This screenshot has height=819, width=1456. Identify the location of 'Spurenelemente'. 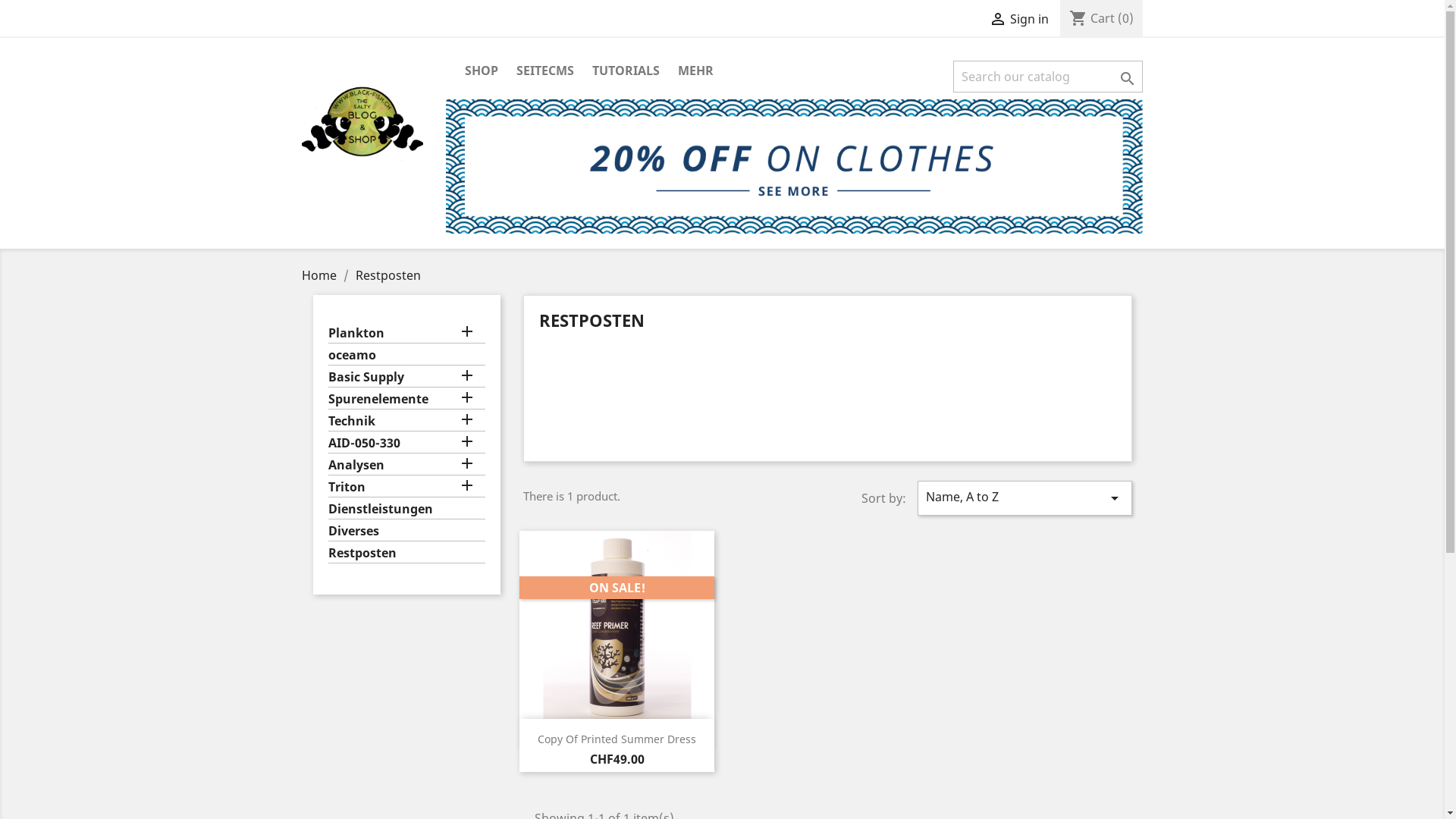
(406, 400).